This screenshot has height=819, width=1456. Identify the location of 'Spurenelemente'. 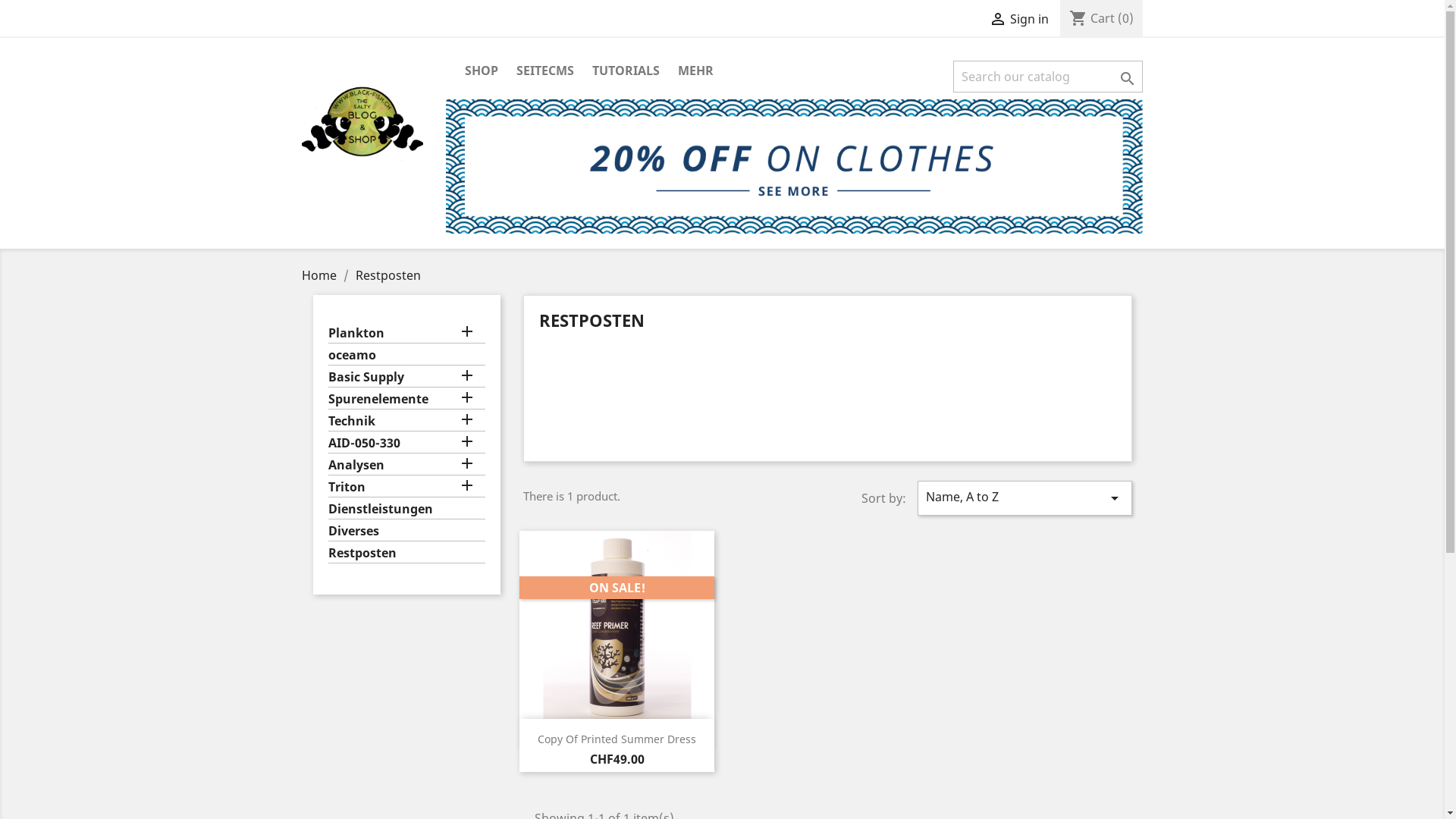
(406, 400).